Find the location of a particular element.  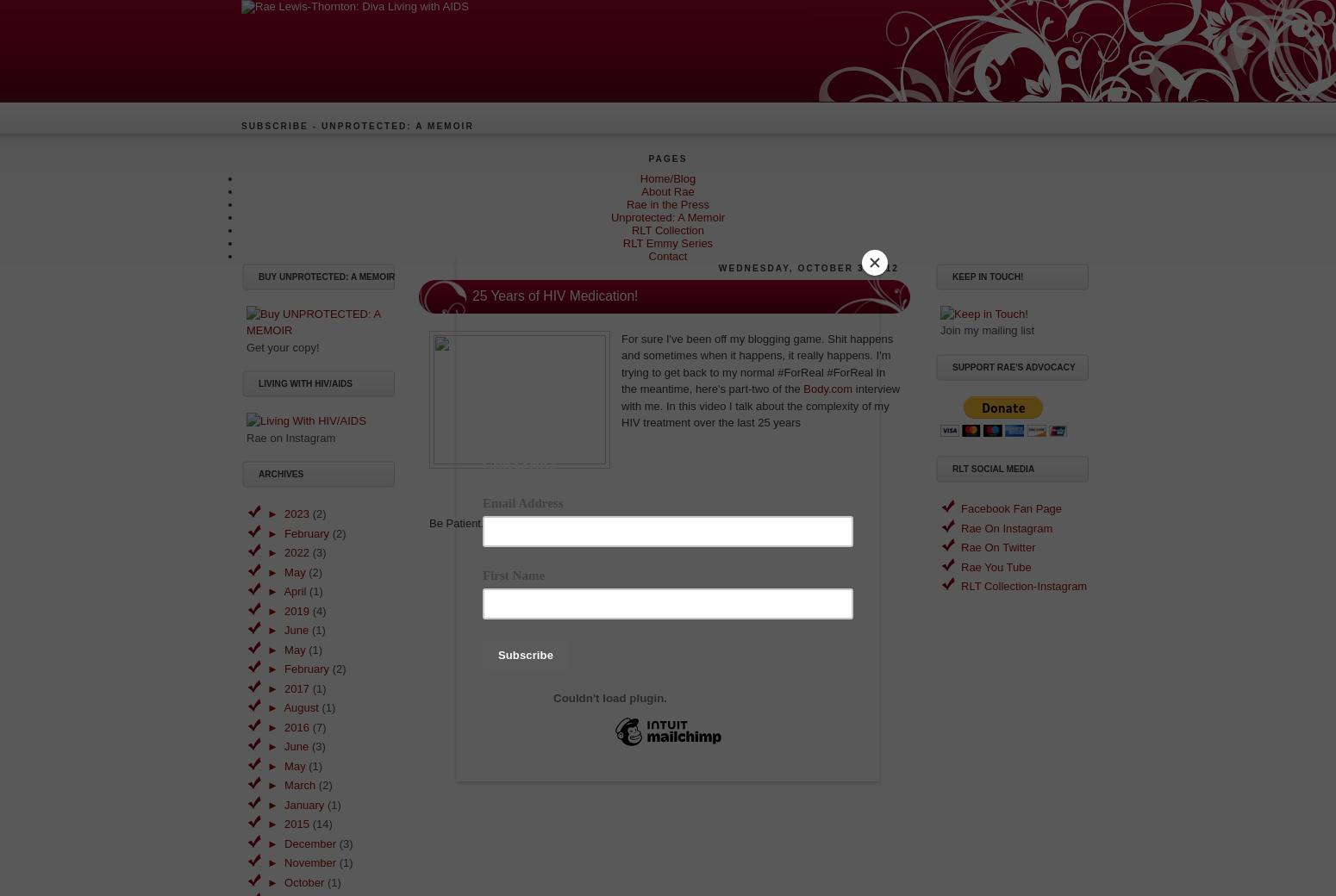

'Contact' is located at coordinates (667, 254).